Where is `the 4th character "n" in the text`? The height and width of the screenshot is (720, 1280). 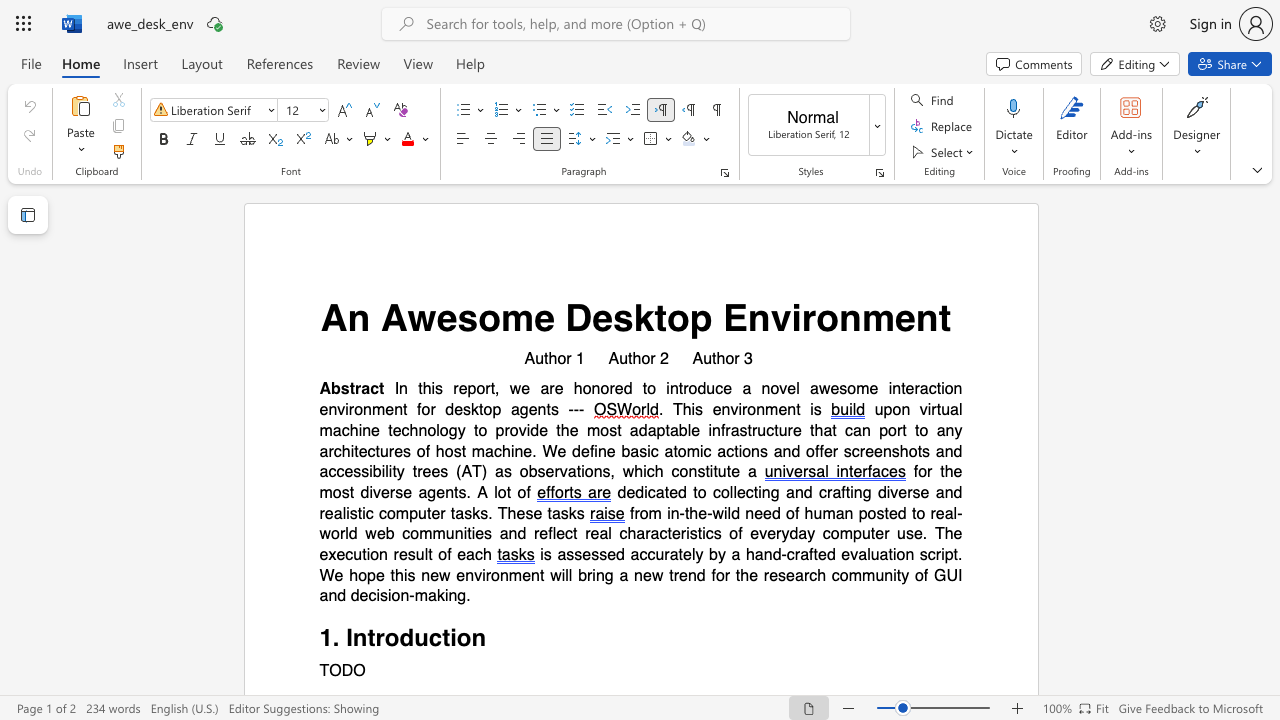 the 4th character "n" in the text is located at coordinates (458, 533).